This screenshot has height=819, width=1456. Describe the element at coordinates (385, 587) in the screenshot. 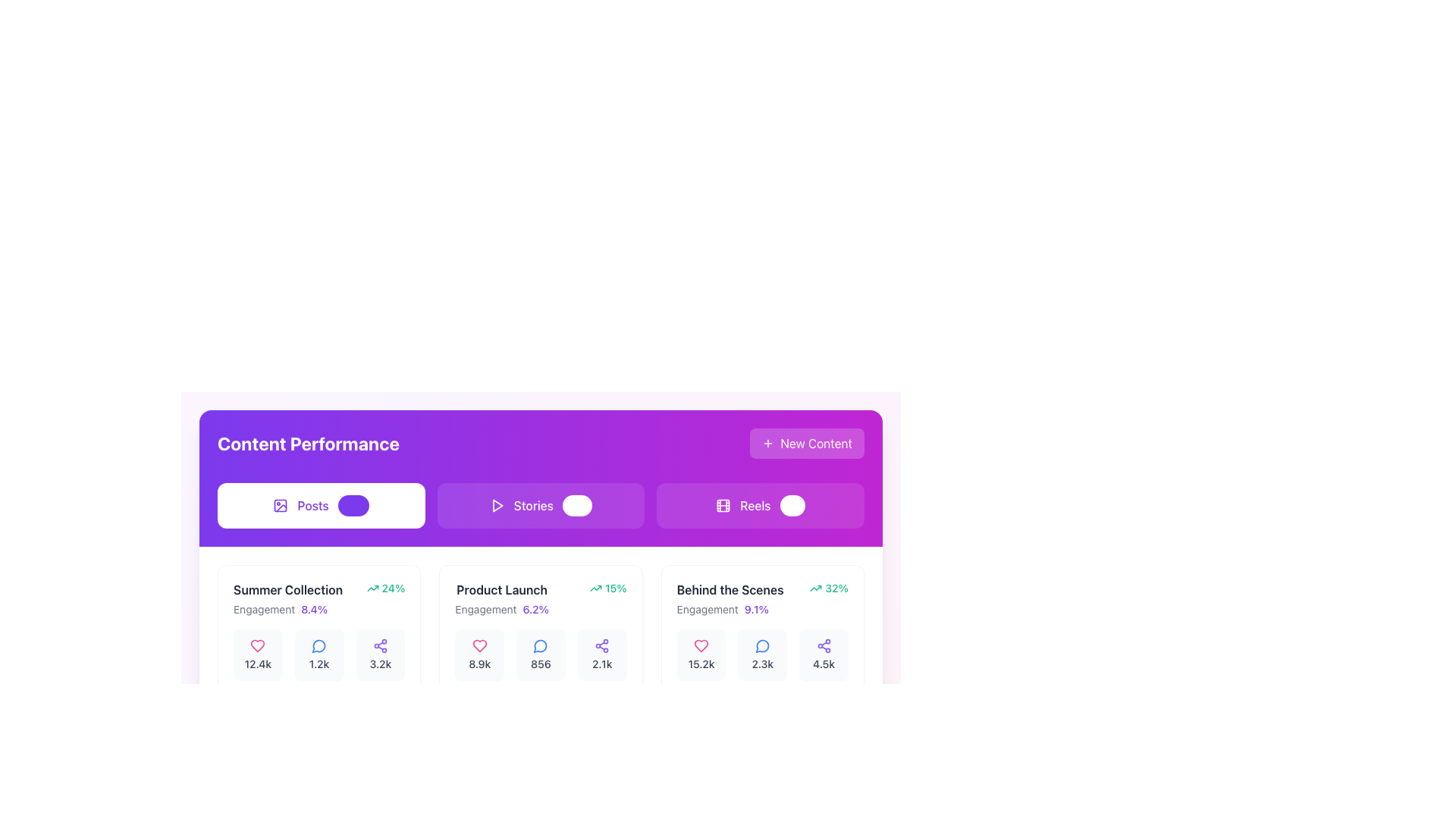

I see `the text label displaying '24%' with an upward trend icon, located on the top-right corner of the 'Summer Collection' section` at that location.